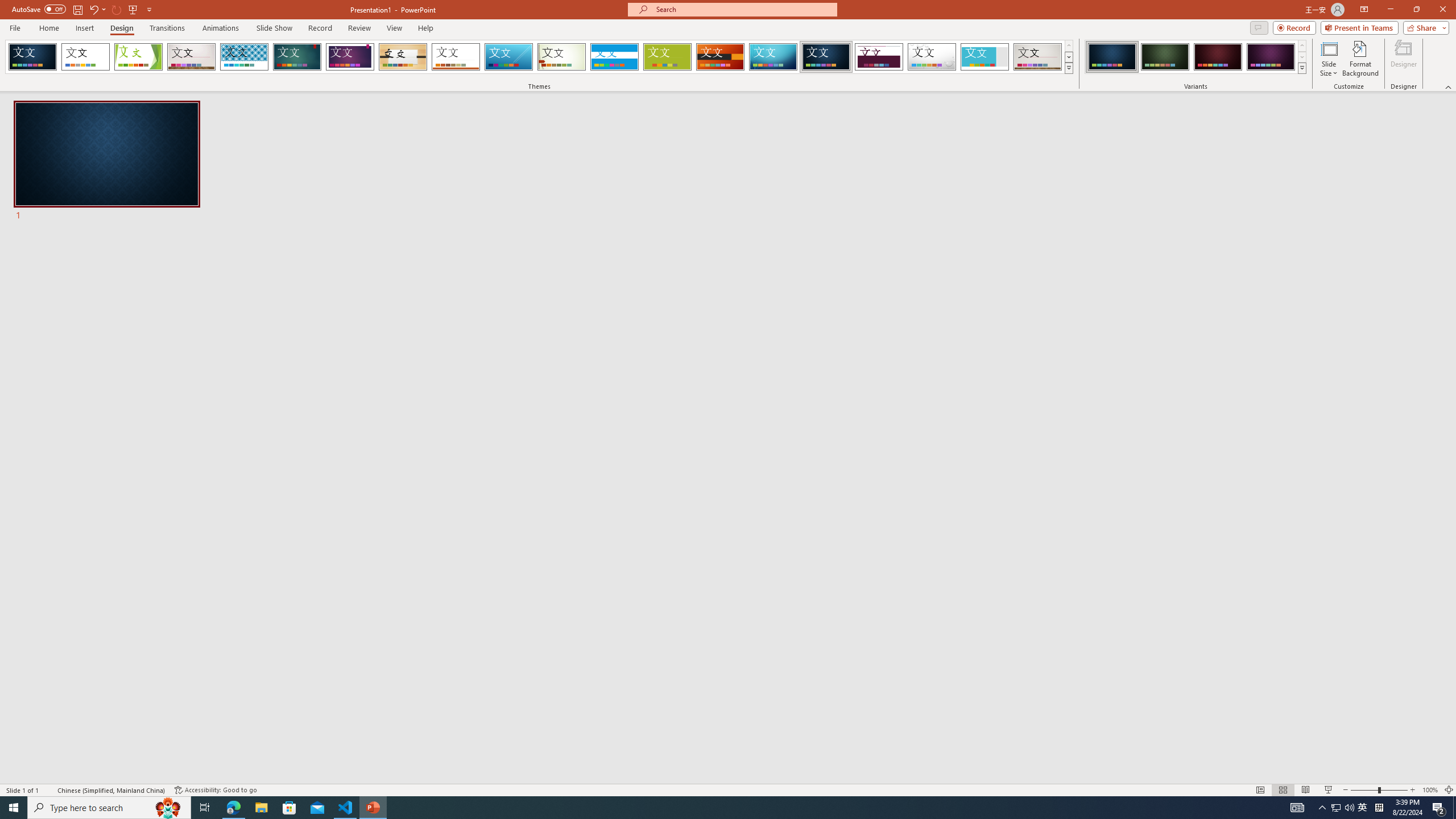  What do you see at coordinates (1360, 59) in the screenshot?
I see `'Format Background'` at bounding box center [1360, 59].